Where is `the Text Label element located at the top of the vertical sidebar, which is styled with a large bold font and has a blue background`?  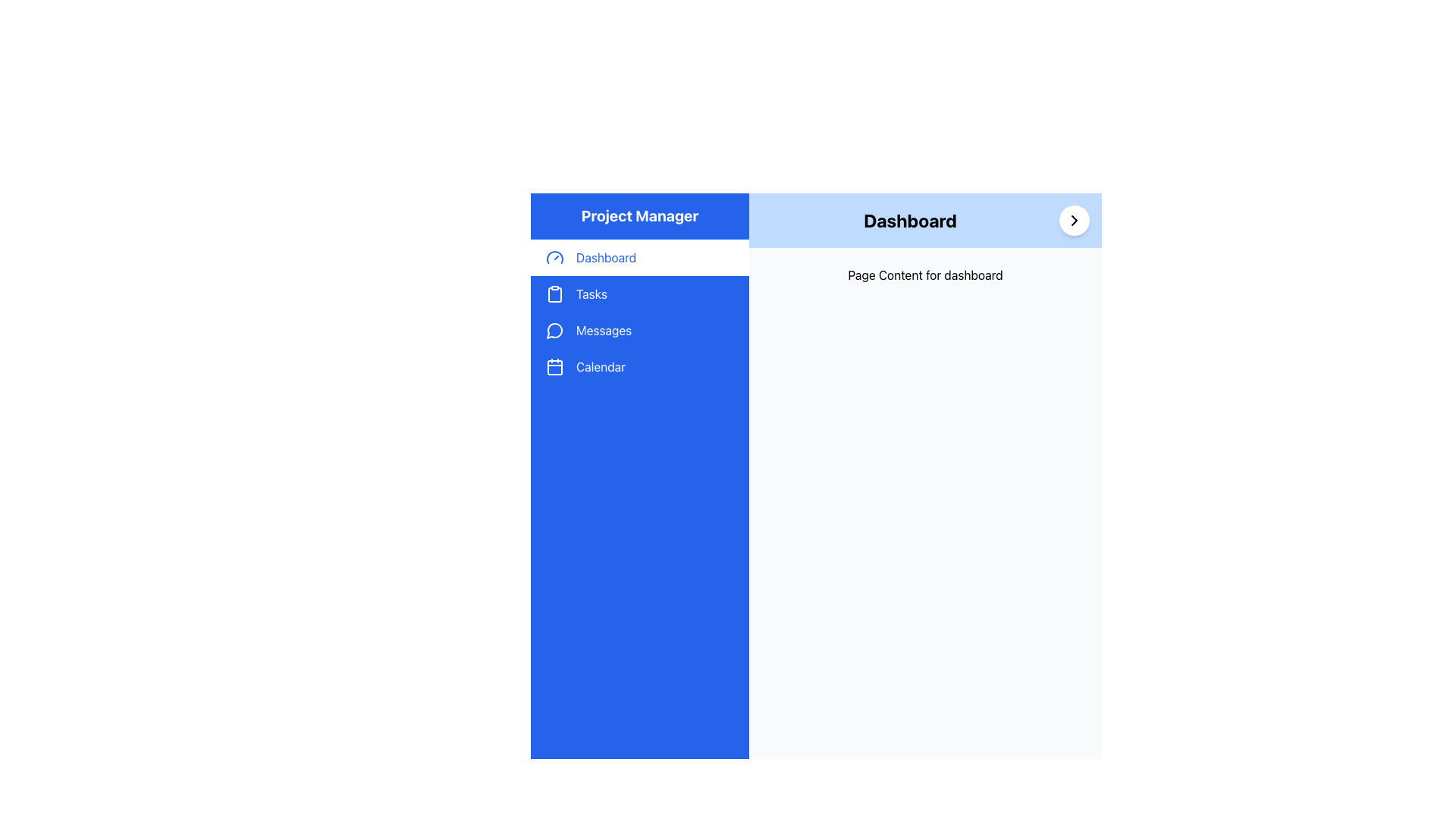 the Text Label element located at the top of the vertical sidebar, which is styled with a large bold font and has a blue background is located at coordinates (640, 216).